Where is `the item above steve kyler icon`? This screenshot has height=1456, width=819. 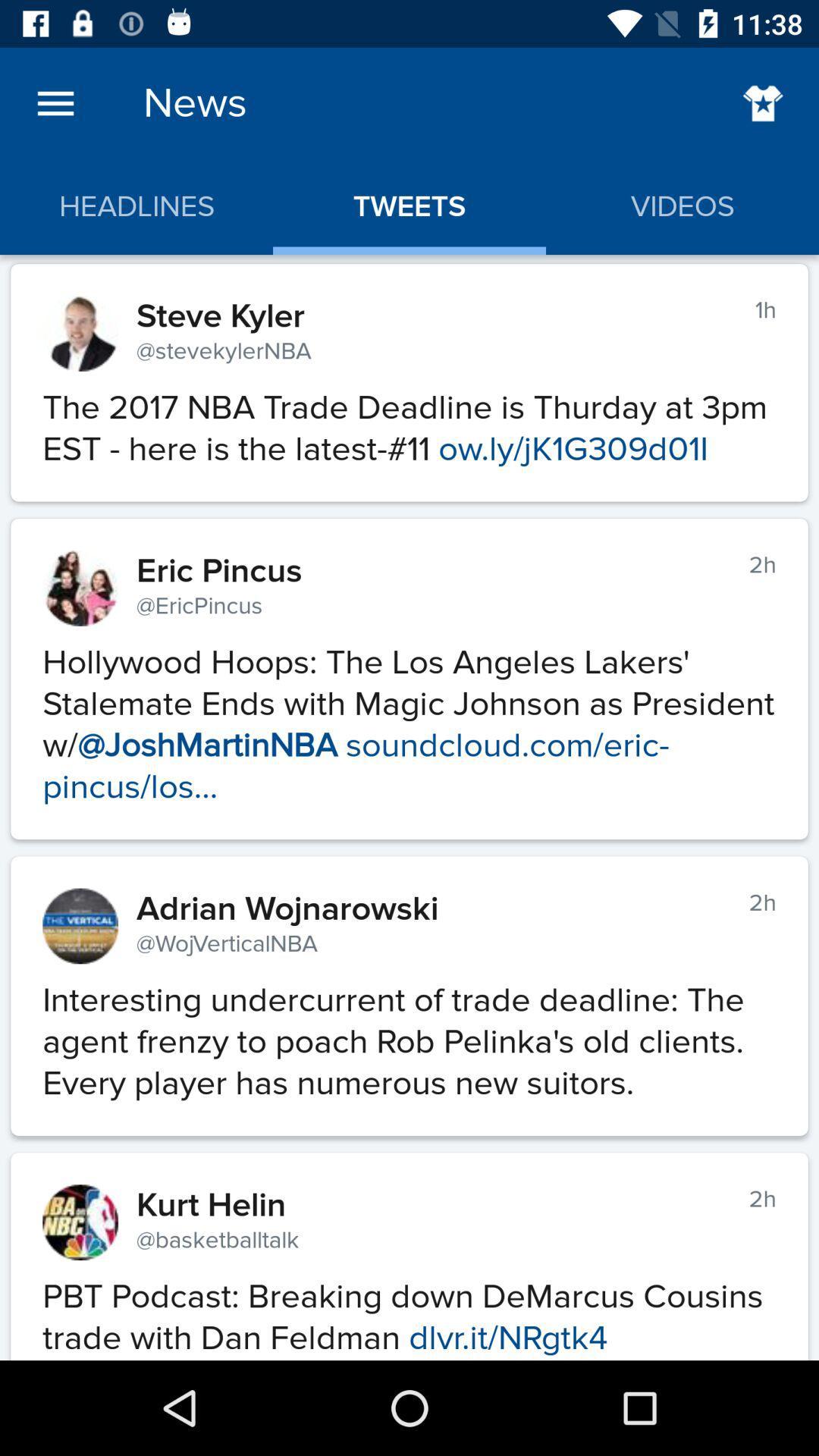
the item above steve kyler icon is located at coordinates (409, 206).